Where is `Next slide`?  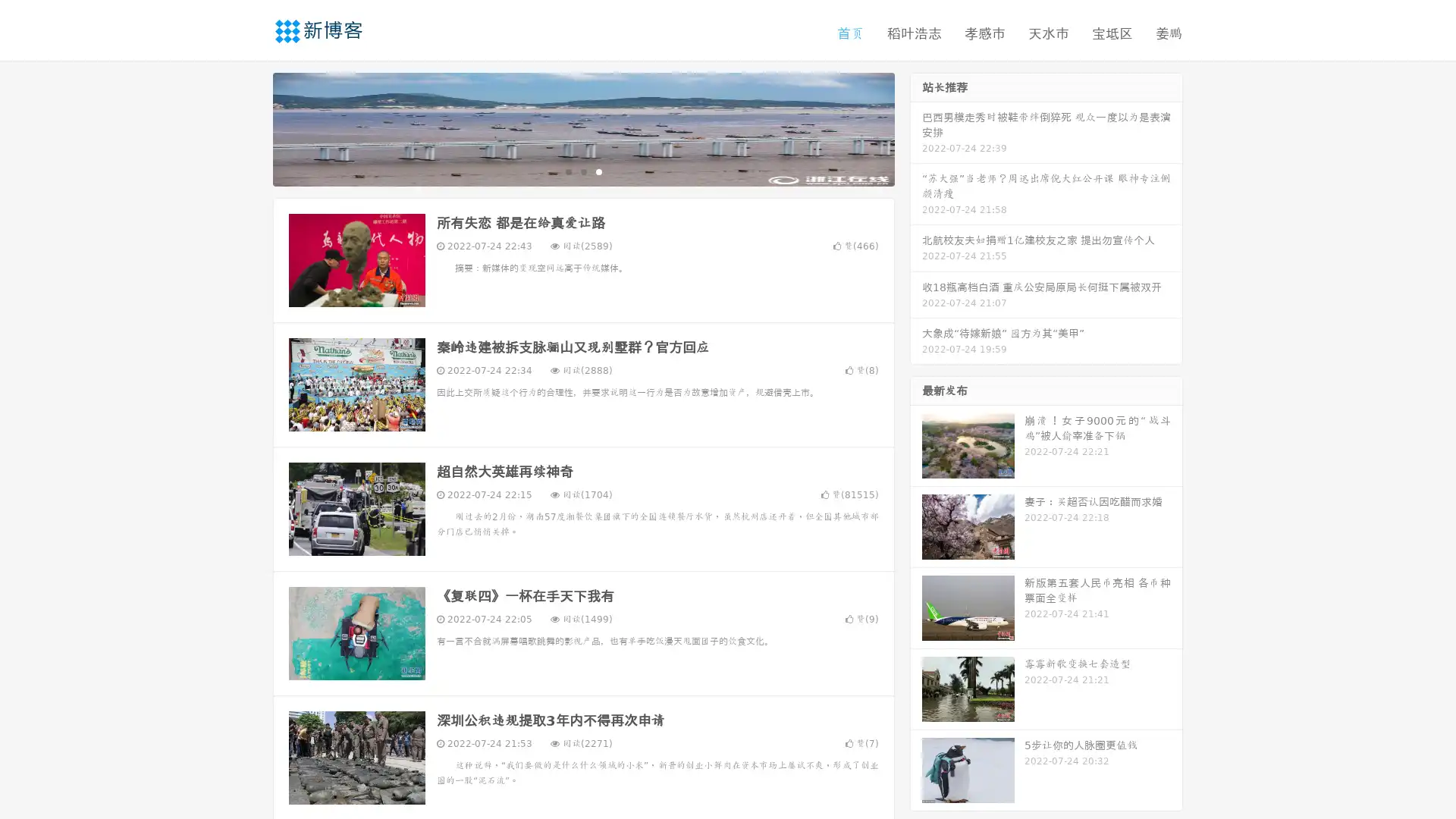
Next slide is located at coordinates (916, 127).